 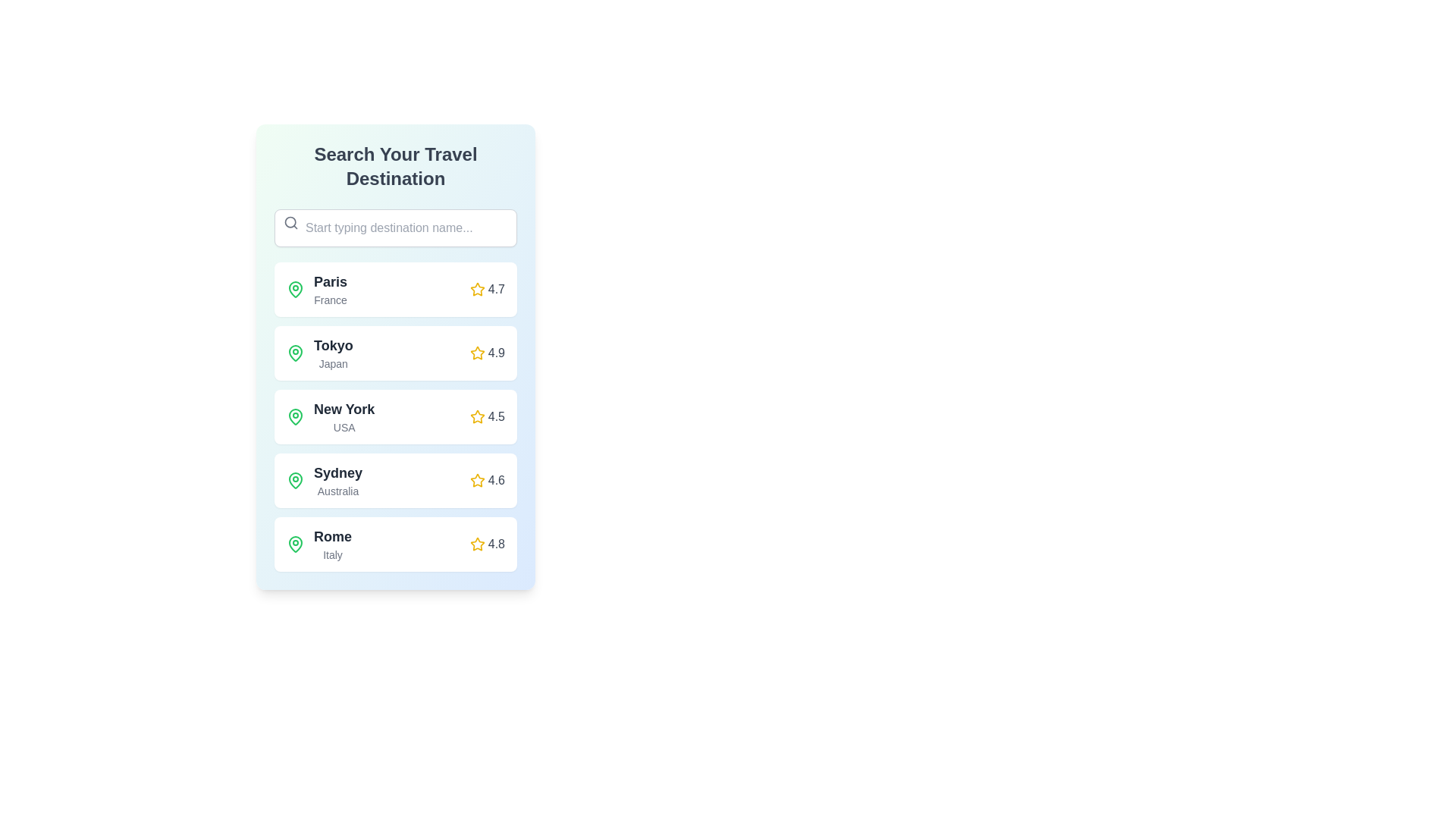 I want to click on text content of the Text label displaying 'Tokyo', which serves as the title for a location entry, positioned above 'Japan' and to the right of the green pin icon, so click(x=332, y=345).